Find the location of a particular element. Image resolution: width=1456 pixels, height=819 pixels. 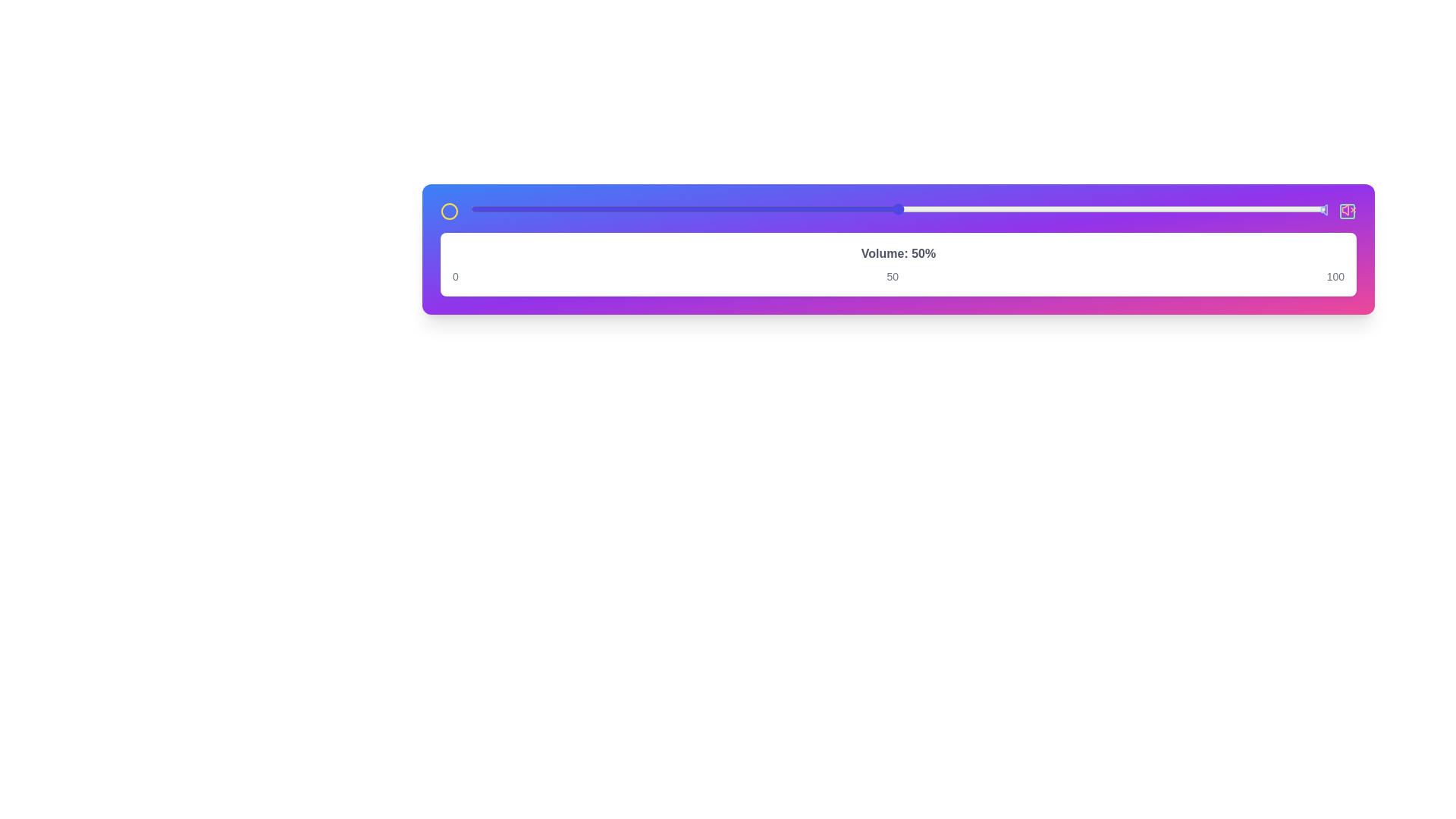

the slider to 74% is located at coordinates (1103, 209).